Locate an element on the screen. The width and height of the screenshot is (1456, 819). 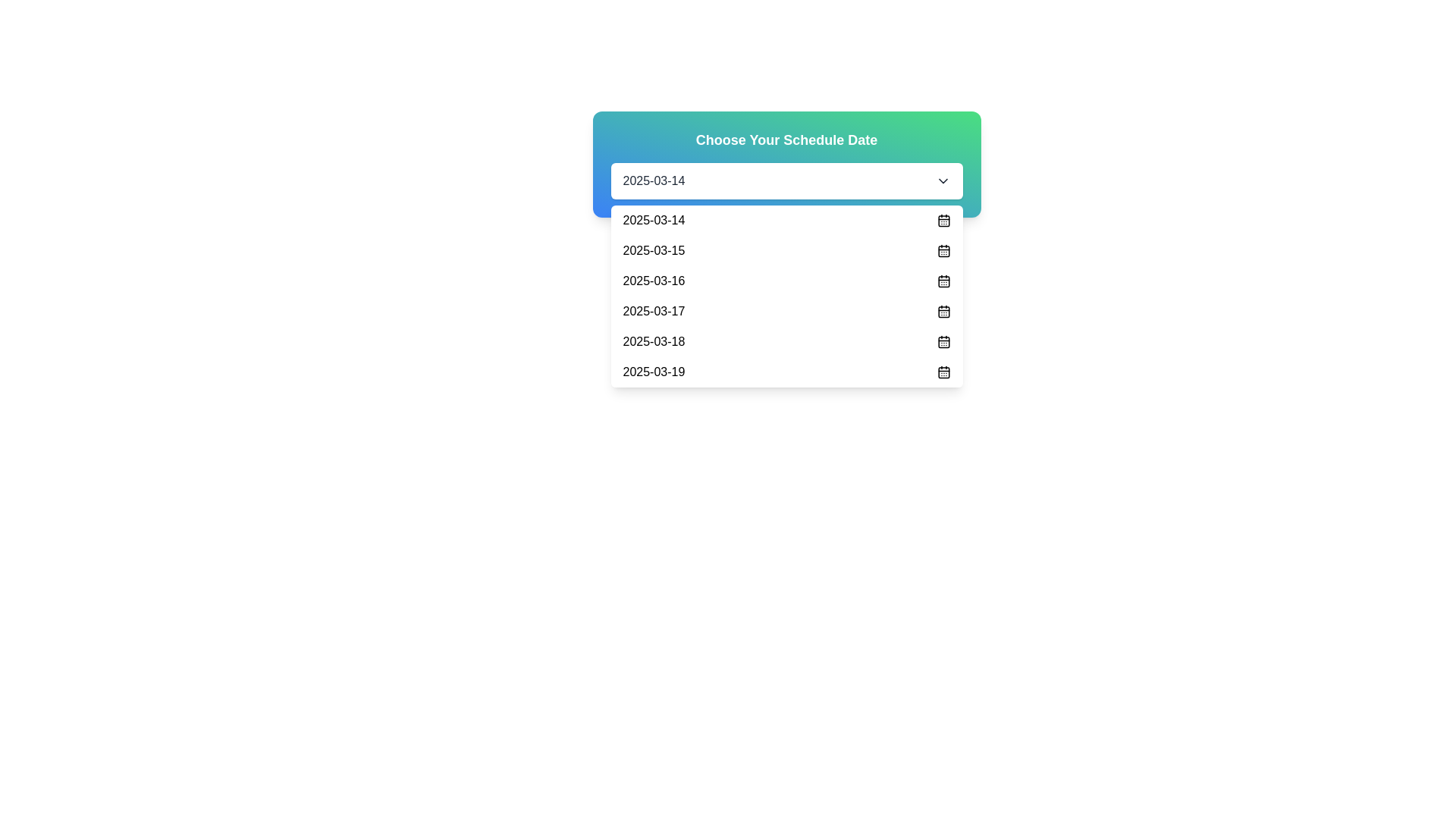
the calendar icon representing the date '2025-03-16' in the fifth entry of the list, located at the far-right end of the row is located at coordinates (943, 281).